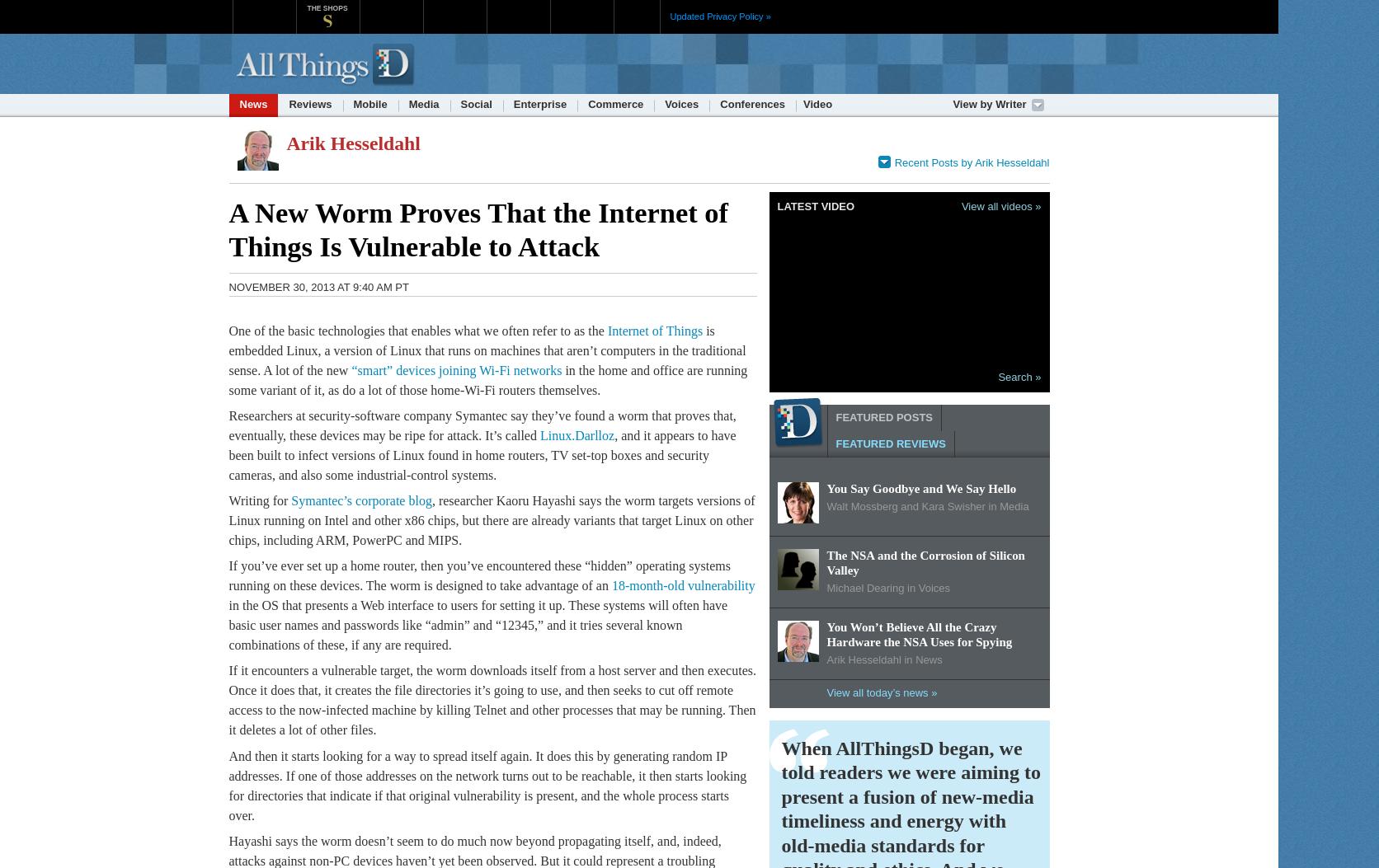 The image size is (1379, 868). I want to click on 'Writing for', so click(259, 500).